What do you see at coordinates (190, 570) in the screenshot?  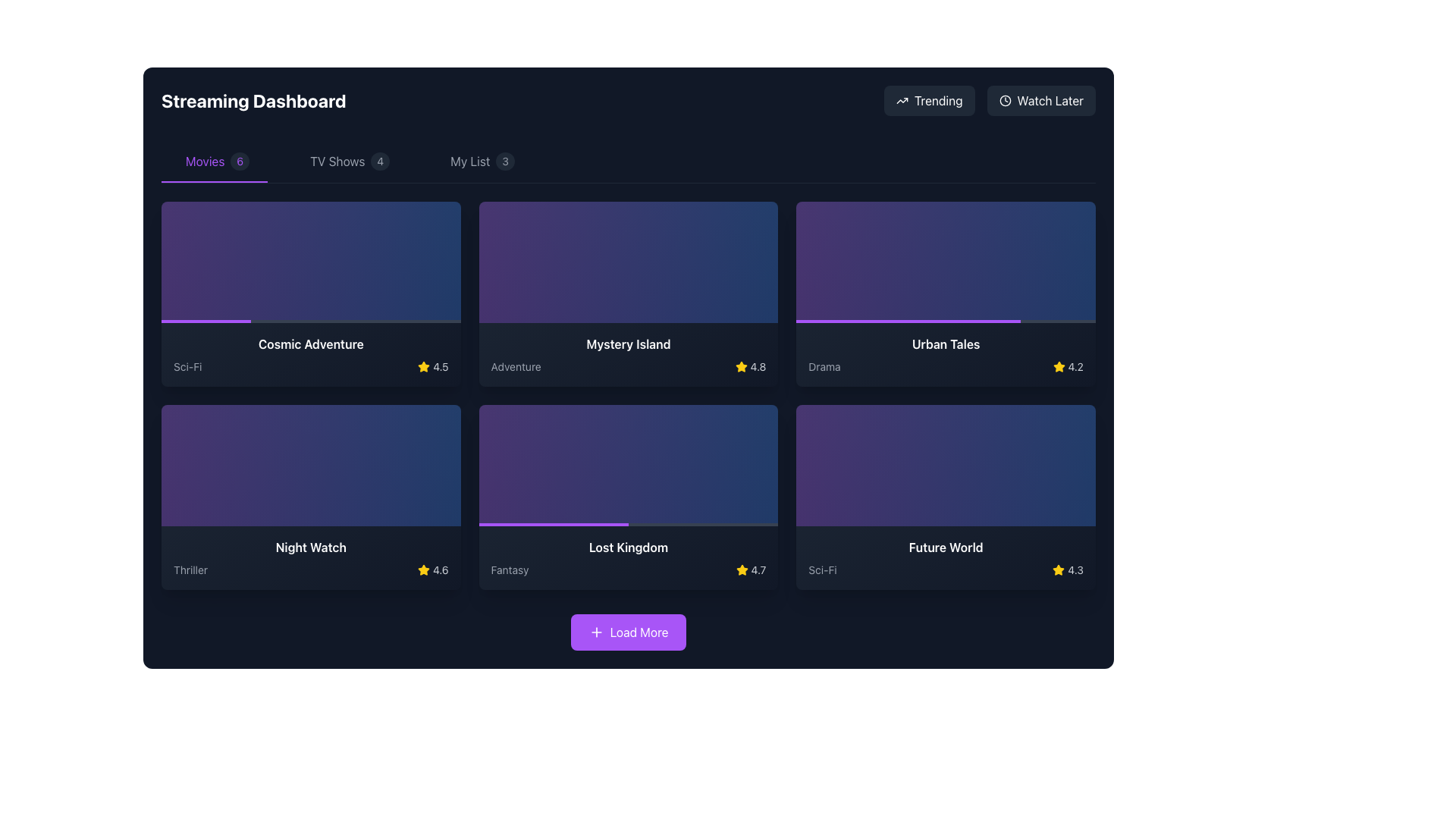 I see `the text label indicating the genre of the item labeled 'Night Watch', which is positioned to the left of the rating information and below the title` at bounding box center [190, 570].